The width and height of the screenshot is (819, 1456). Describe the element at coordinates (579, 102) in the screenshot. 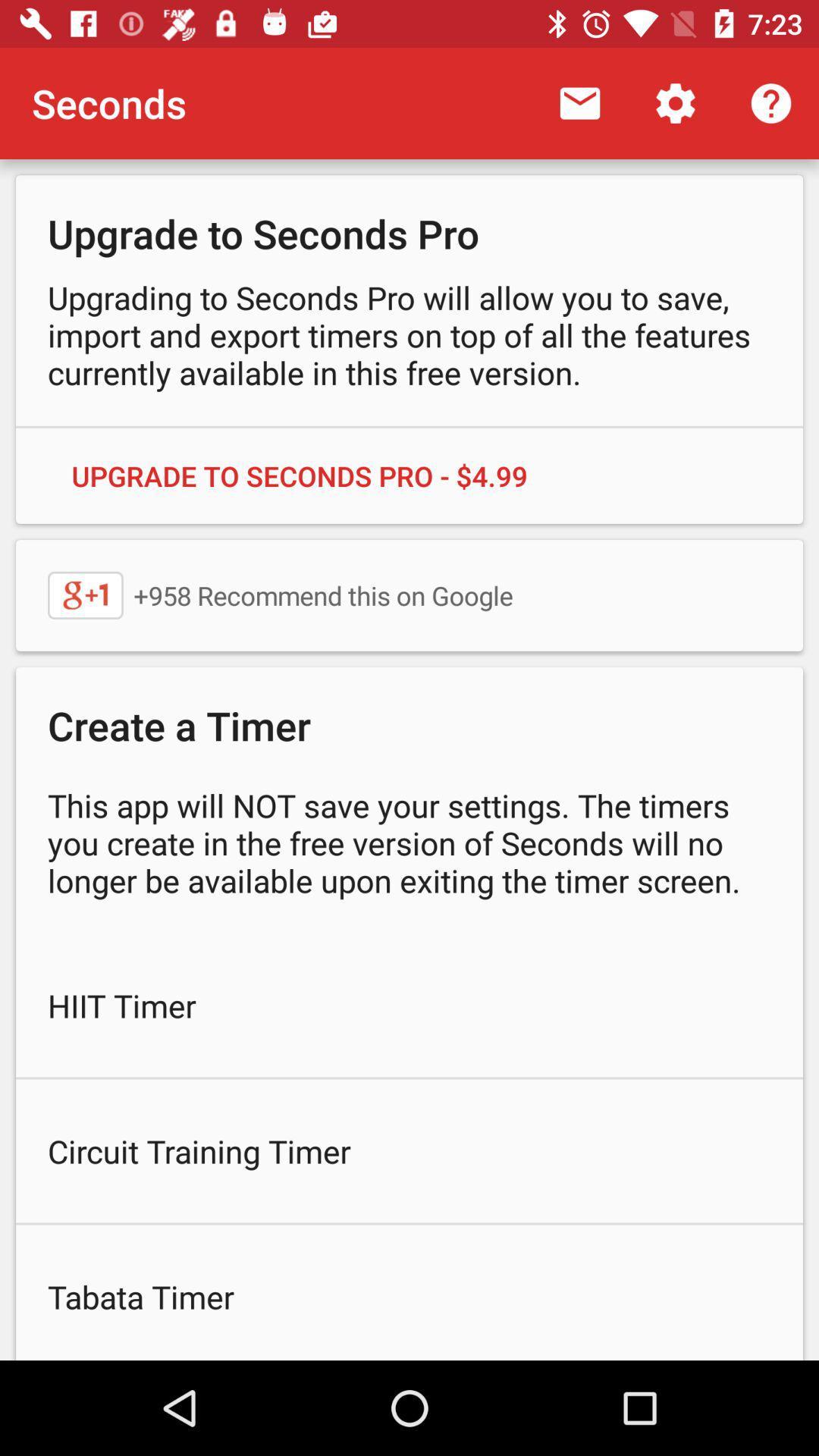

I see `app to the right of the seconds icon` at that location.